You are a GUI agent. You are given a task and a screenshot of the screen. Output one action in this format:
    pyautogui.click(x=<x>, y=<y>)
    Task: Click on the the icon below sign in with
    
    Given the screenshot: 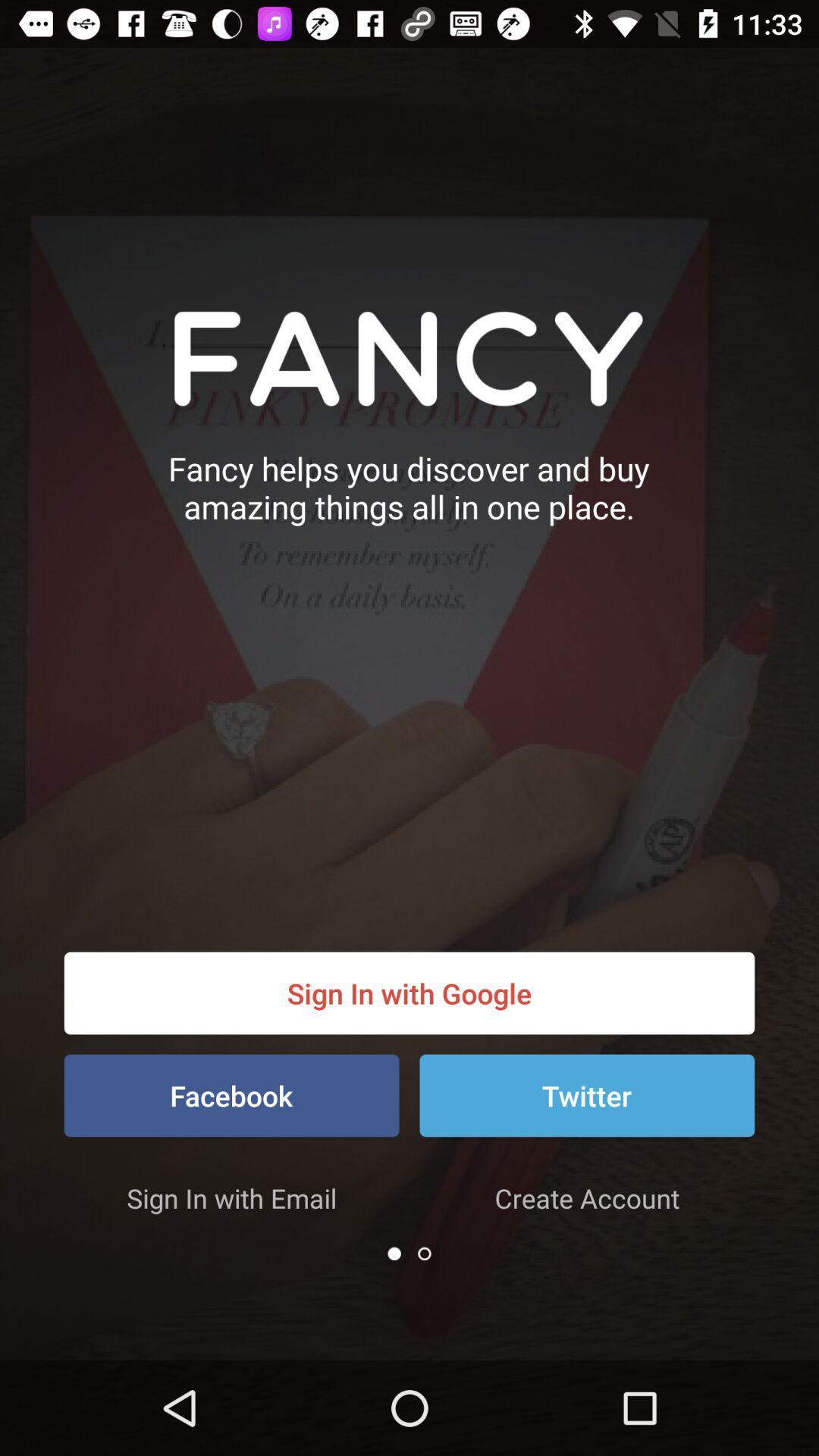 What is the action you would take?
    pyautogui.click(x=231, y=1095)
    